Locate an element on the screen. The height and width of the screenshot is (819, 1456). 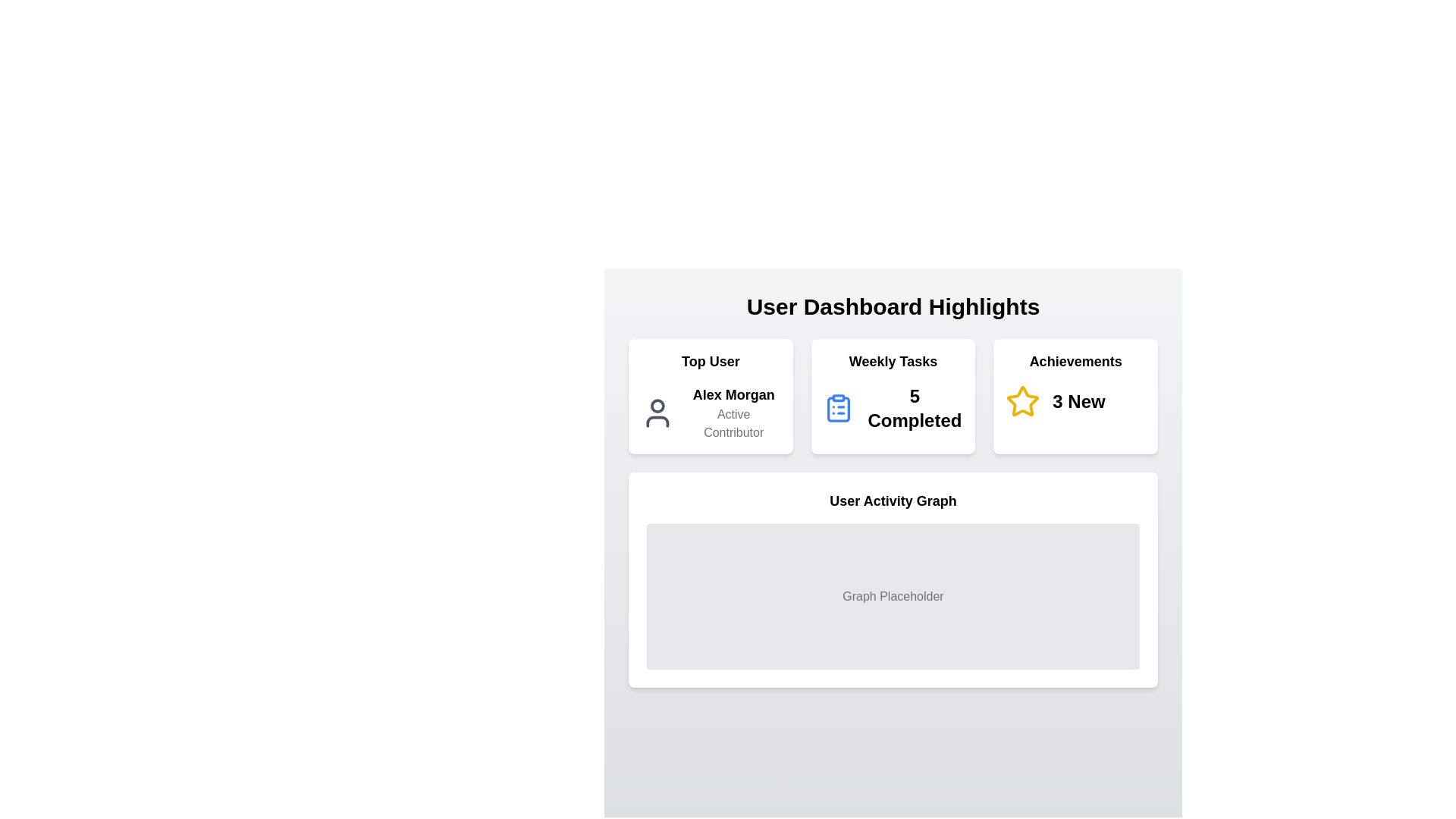
the user profile icon representing 'Alex Morgan' located to the left of the 'Top User' box is located at coordinates (657, 413).